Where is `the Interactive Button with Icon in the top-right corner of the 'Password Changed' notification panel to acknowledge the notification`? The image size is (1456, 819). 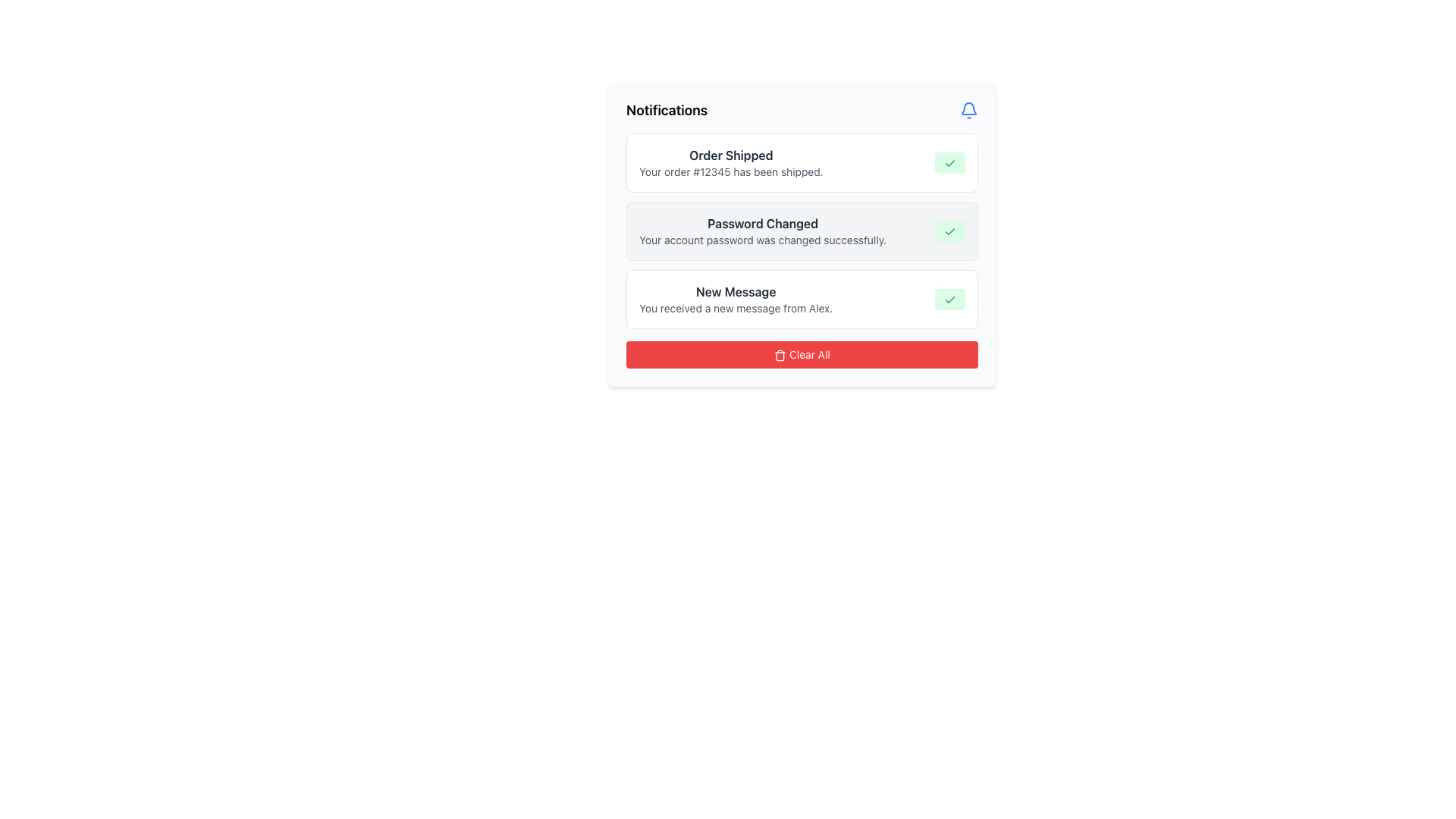
the Interactive Button with Icon in the top-right corner of the 'Password Changed' notification panel to acknowledge the notification is located at coordinates (949, 231).